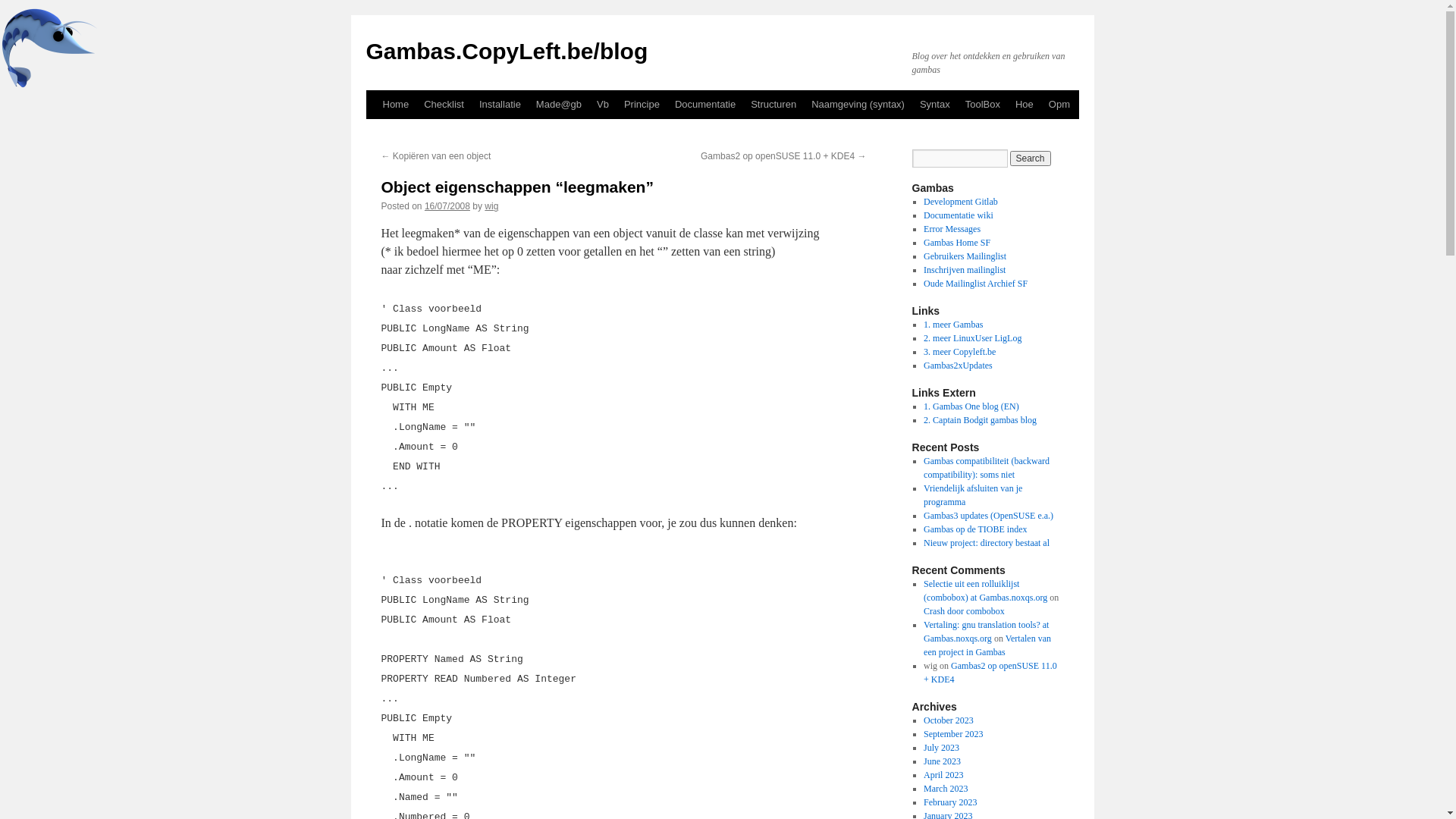 The image size is (1456, 819). Describe the element at coordinates (975, 284) in the screenshot. I see `'Oude Mailinglist Archief SF'` at that location.